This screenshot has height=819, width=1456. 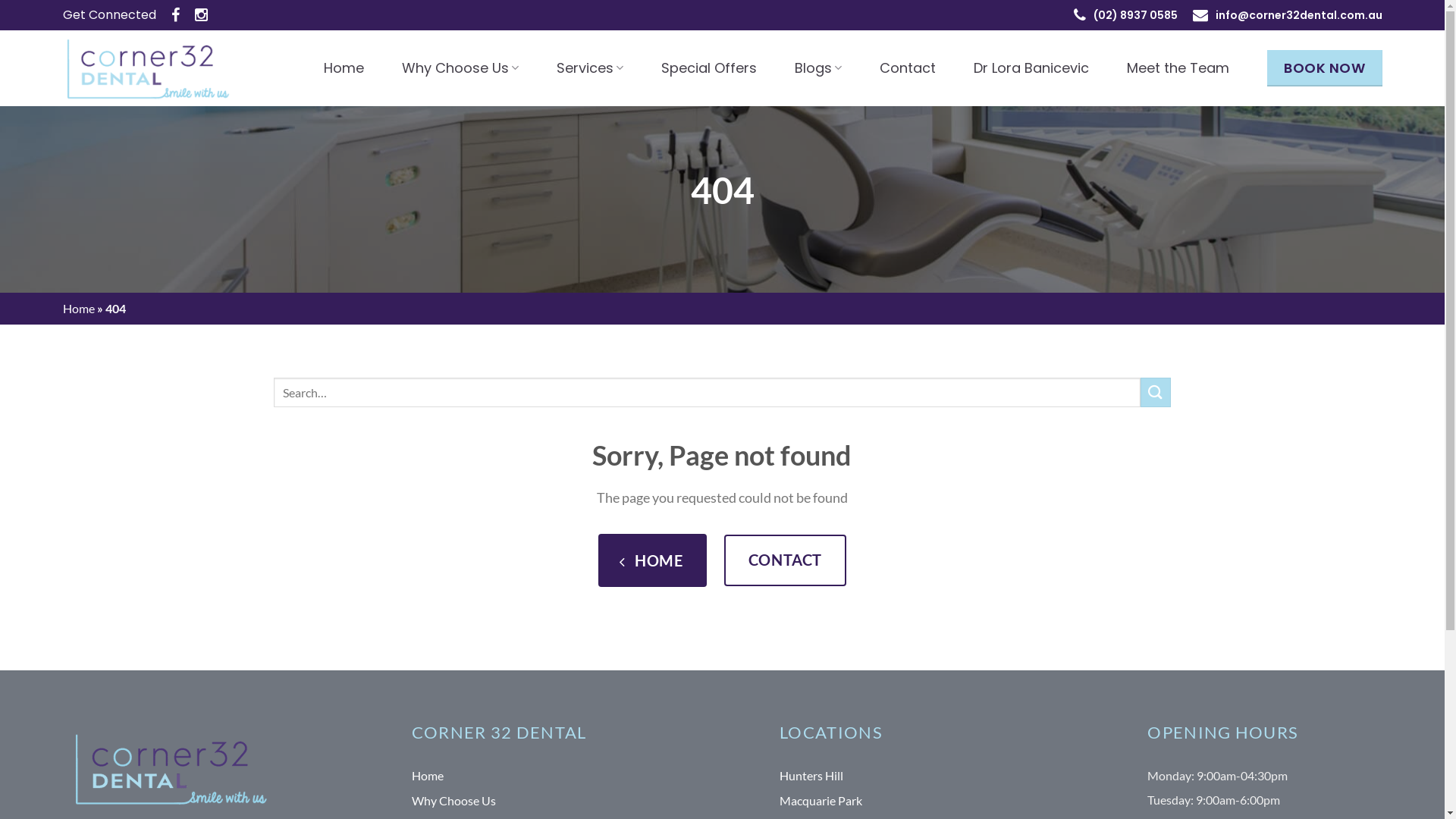 What do you see at coordinates (343, 67) in the screenshot?
I see `'Home'` at bounding box center [343, 67].